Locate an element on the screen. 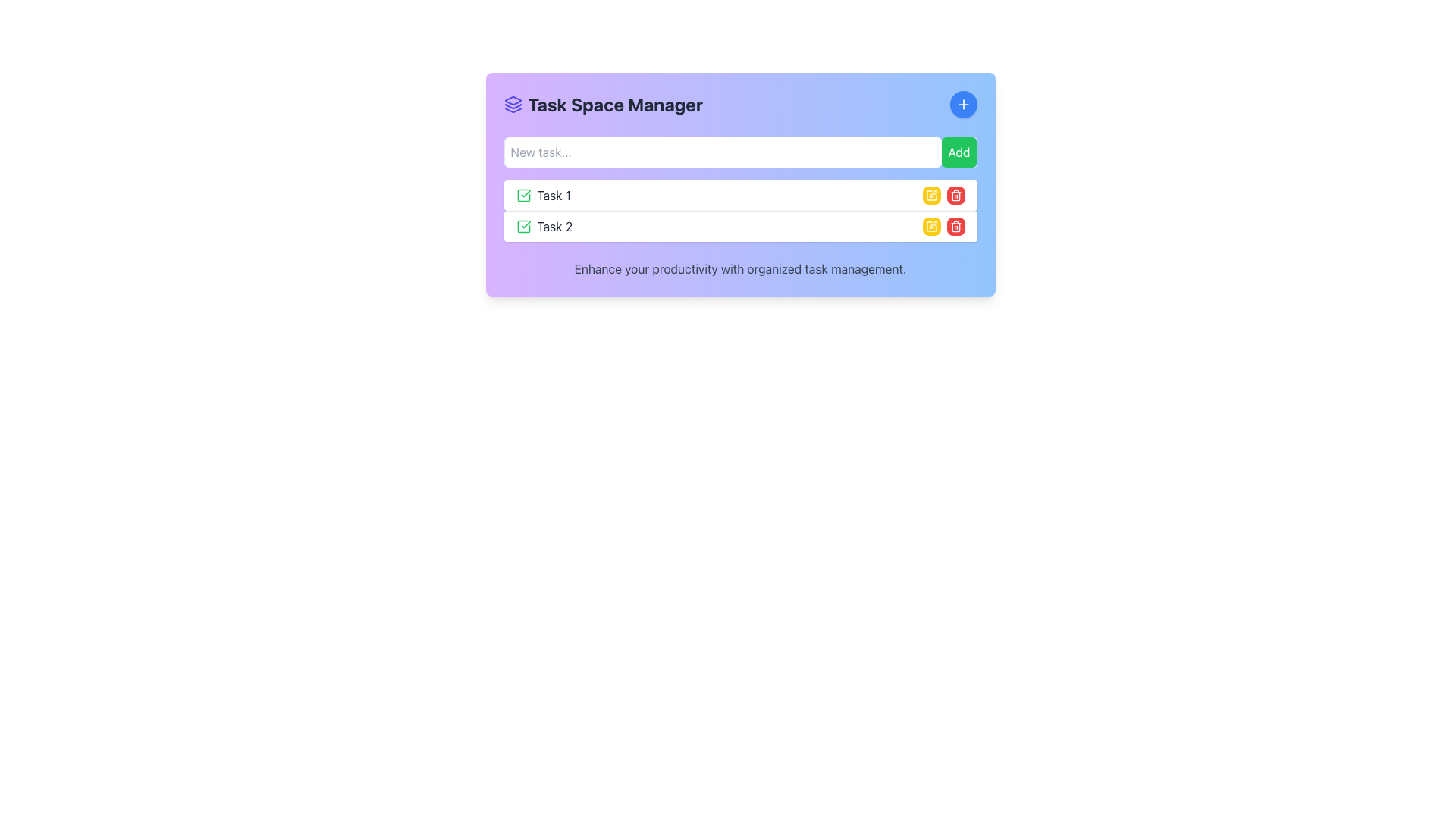 The image size is (1456, 819). the delete button with a trash can icon for 'Task 2' is located at coordinates (955, 227).